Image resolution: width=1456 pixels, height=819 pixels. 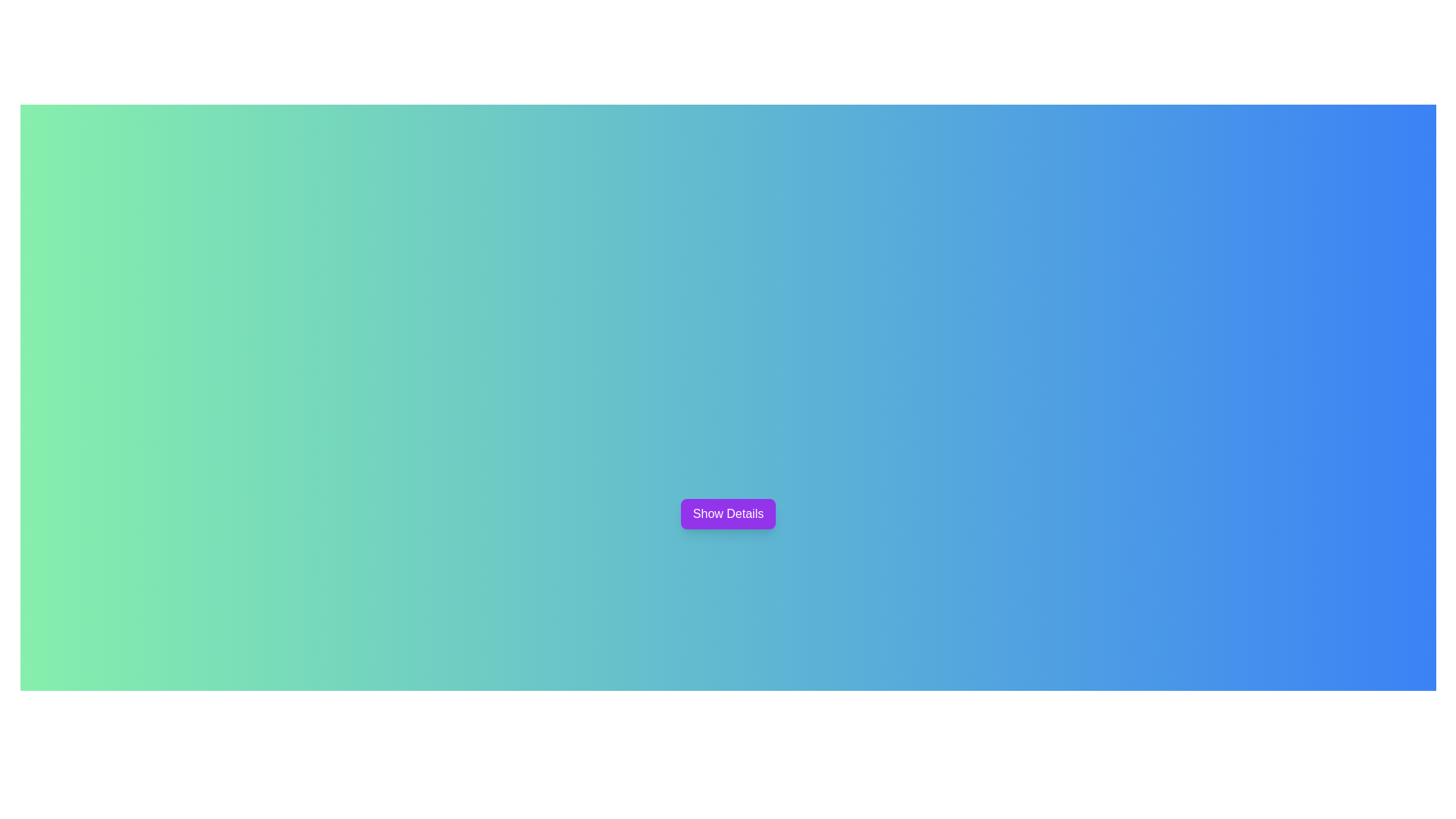 What do you see at coordinates (728, 513) in the screenshot?
I see `the 'Show Details' button, which has a purple background and white text` at bounding box center [728, 513].